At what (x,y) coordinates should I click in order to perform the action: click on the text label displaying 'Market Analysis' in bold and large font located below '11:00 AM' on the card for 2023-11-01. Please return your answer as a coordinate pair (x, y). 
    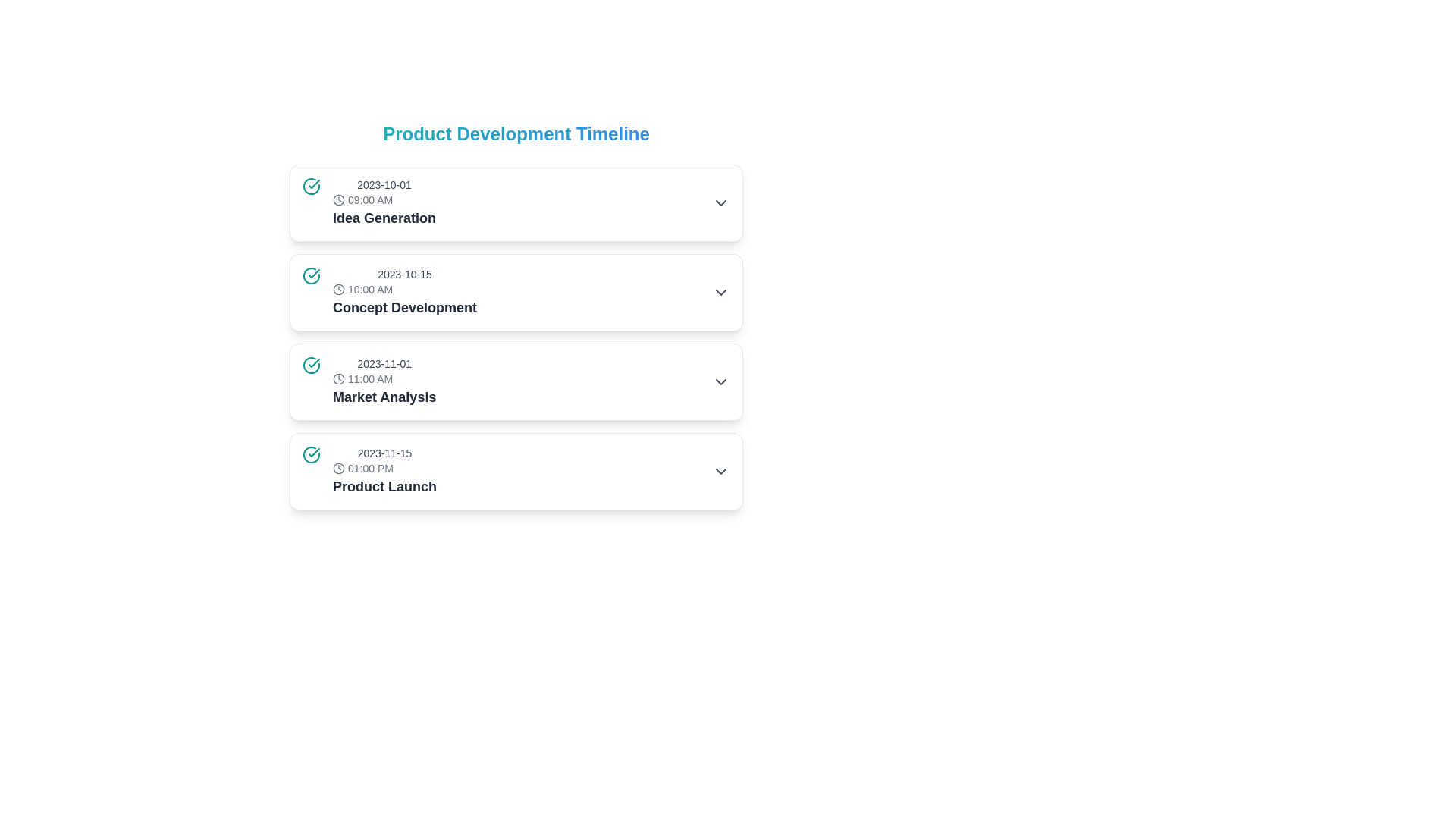
    Looking at the image, I should click on (384, 397).